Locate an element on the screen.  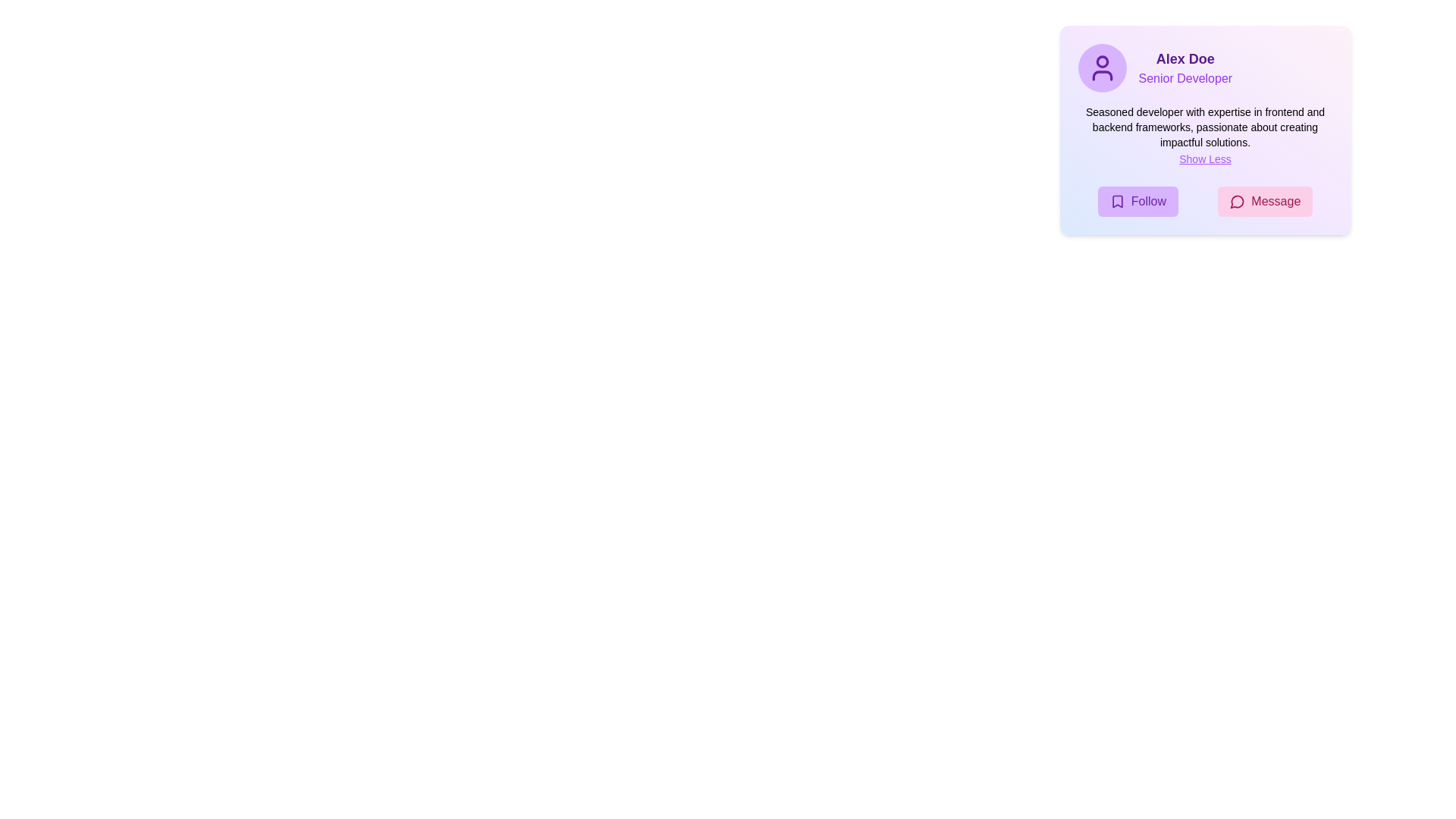
the messaging button located near the bottom-right of the card component is located at coordinates (1265, 201).